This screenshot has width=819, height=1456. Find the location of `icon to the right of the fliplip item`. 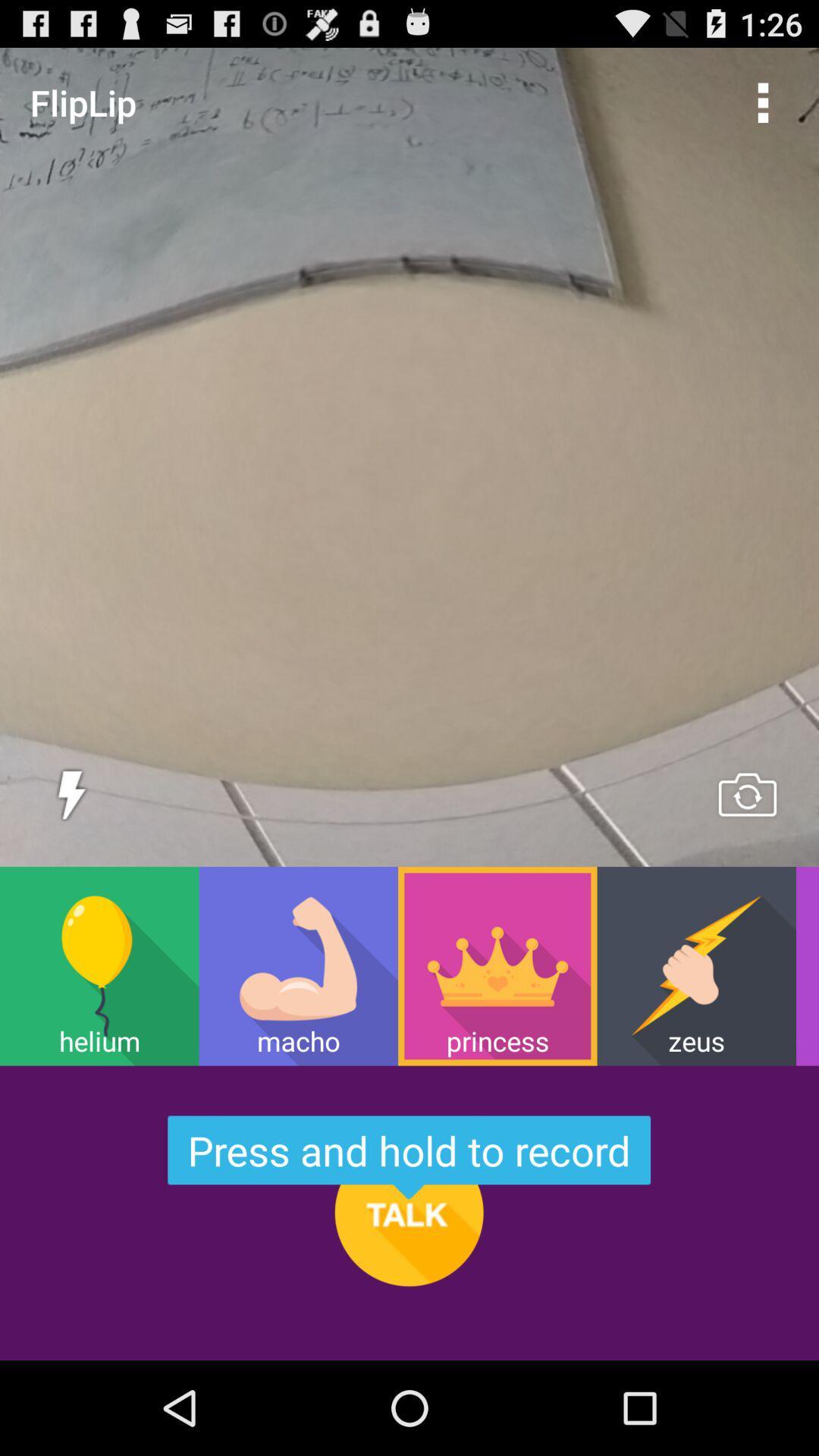

icon to the right of the fliplip item is located at coordinates (763, 102).